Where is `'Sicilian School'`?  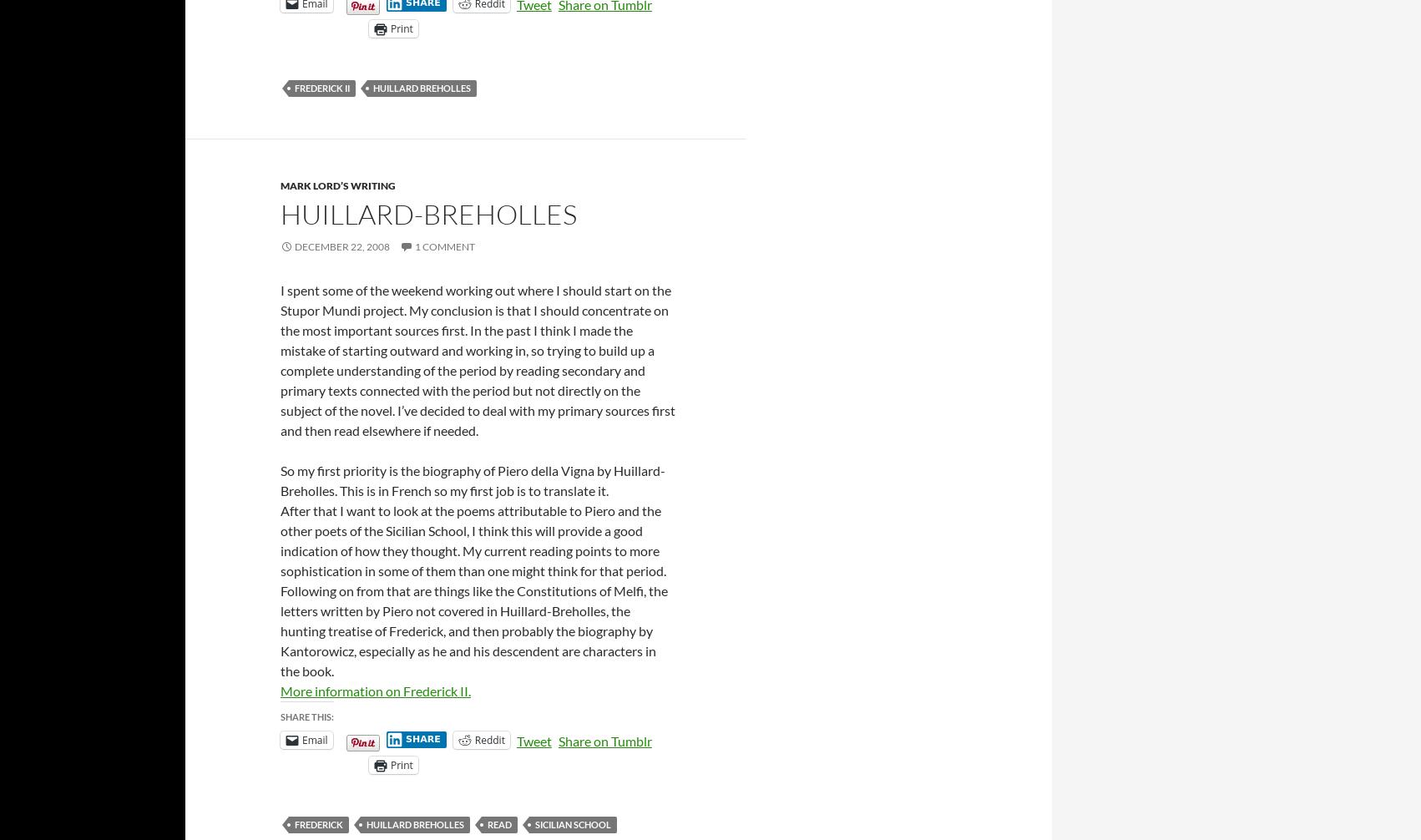
'Sicilian School' is located at coordinates (573, 822).